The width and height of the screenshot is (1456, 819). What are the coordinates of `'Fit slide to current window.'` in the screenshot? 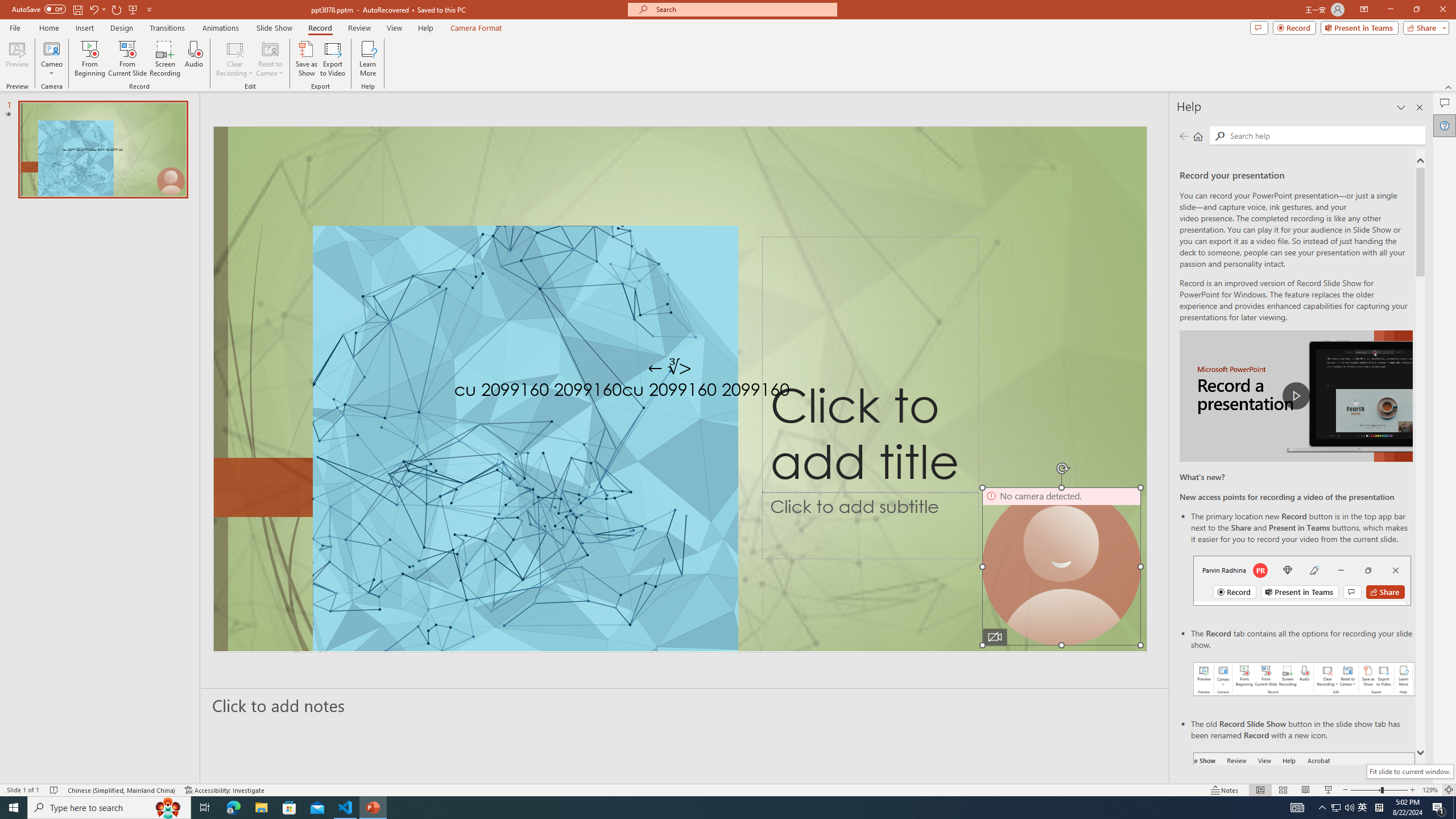 It's located at (1409, 771).